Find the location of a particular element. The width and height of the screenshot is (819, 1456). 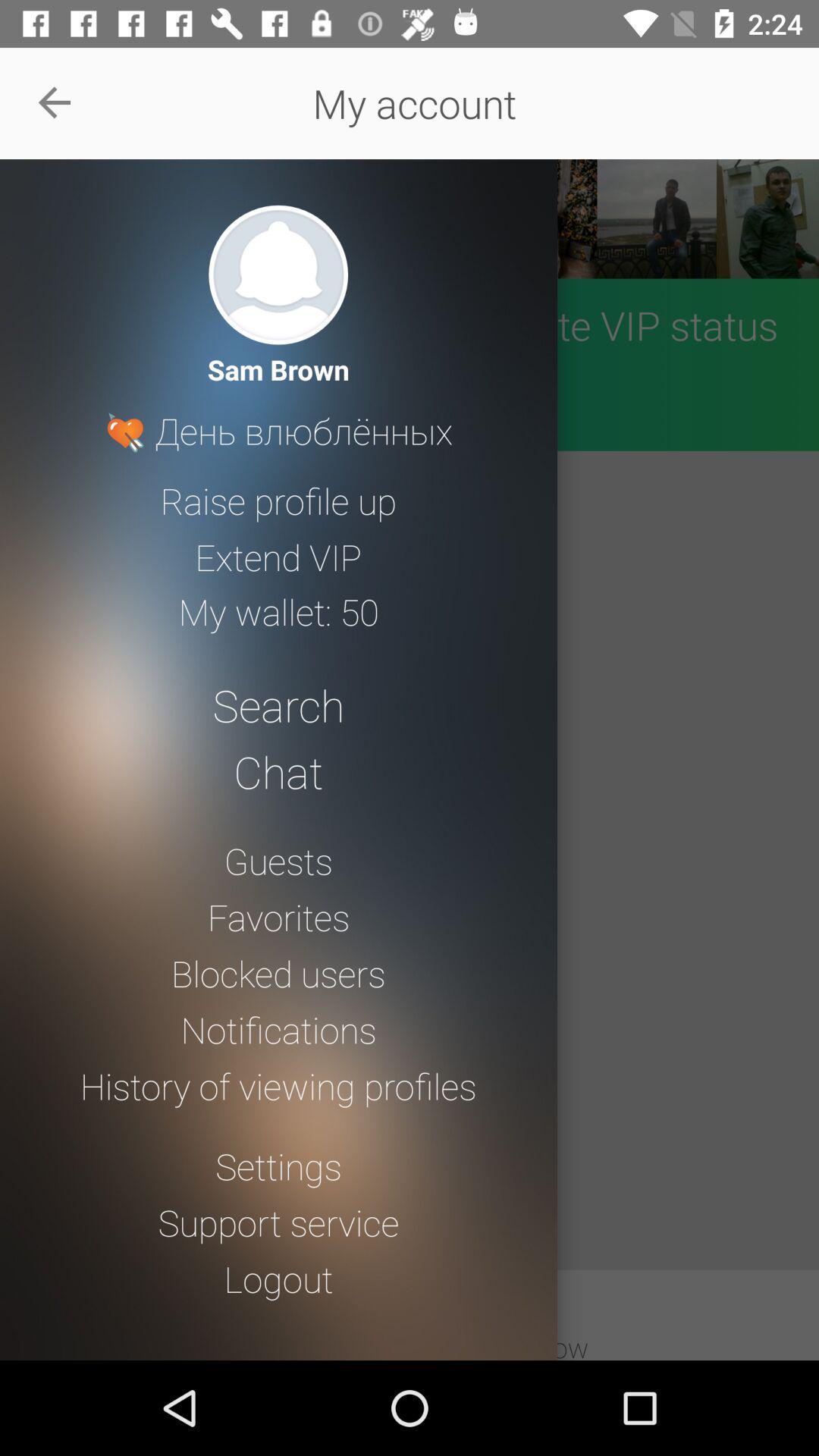

the option above settings is located at coordinates (278, 1084).